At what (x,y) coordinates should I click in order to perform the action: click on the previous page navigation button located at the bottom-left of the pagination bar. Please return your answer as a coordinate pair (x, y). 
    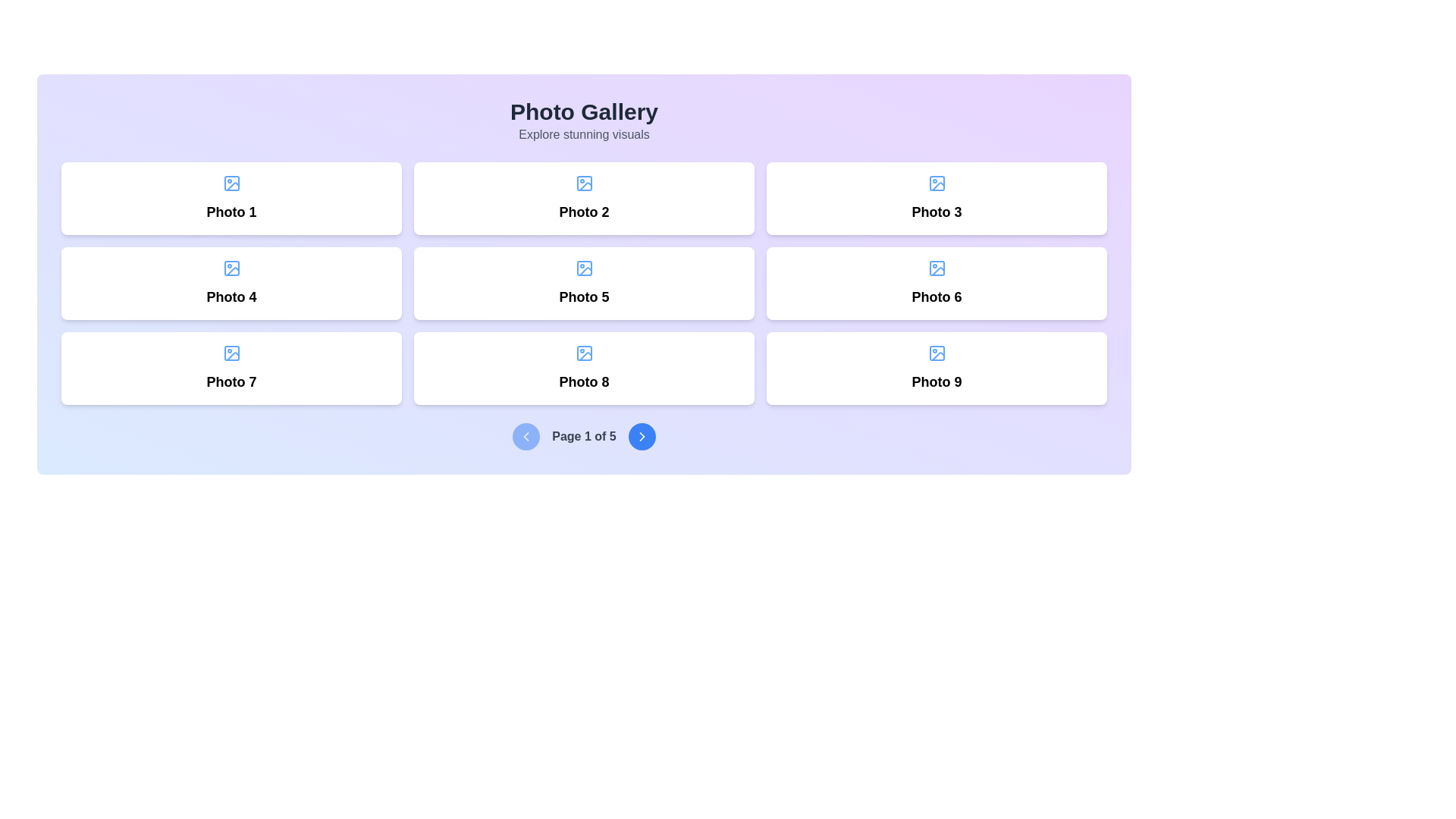
    Looking at the image, I should click on (526, 436).